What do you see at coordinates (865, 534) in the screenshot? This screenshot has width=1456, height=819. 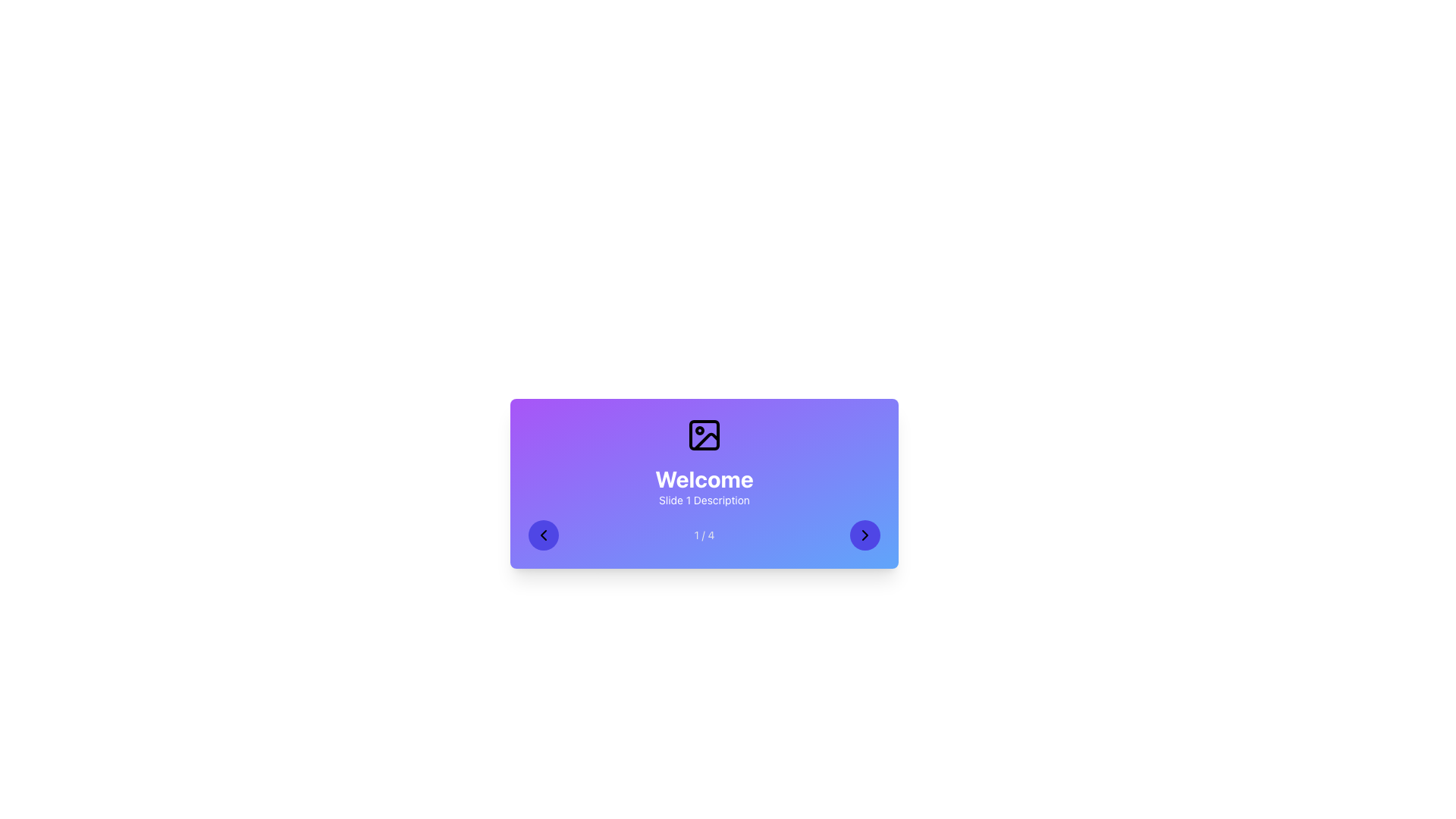 I see `the rightward chevron icon within the blue circular button located at the bottom-right corner of the card interface` at bounding box center [865, 534].